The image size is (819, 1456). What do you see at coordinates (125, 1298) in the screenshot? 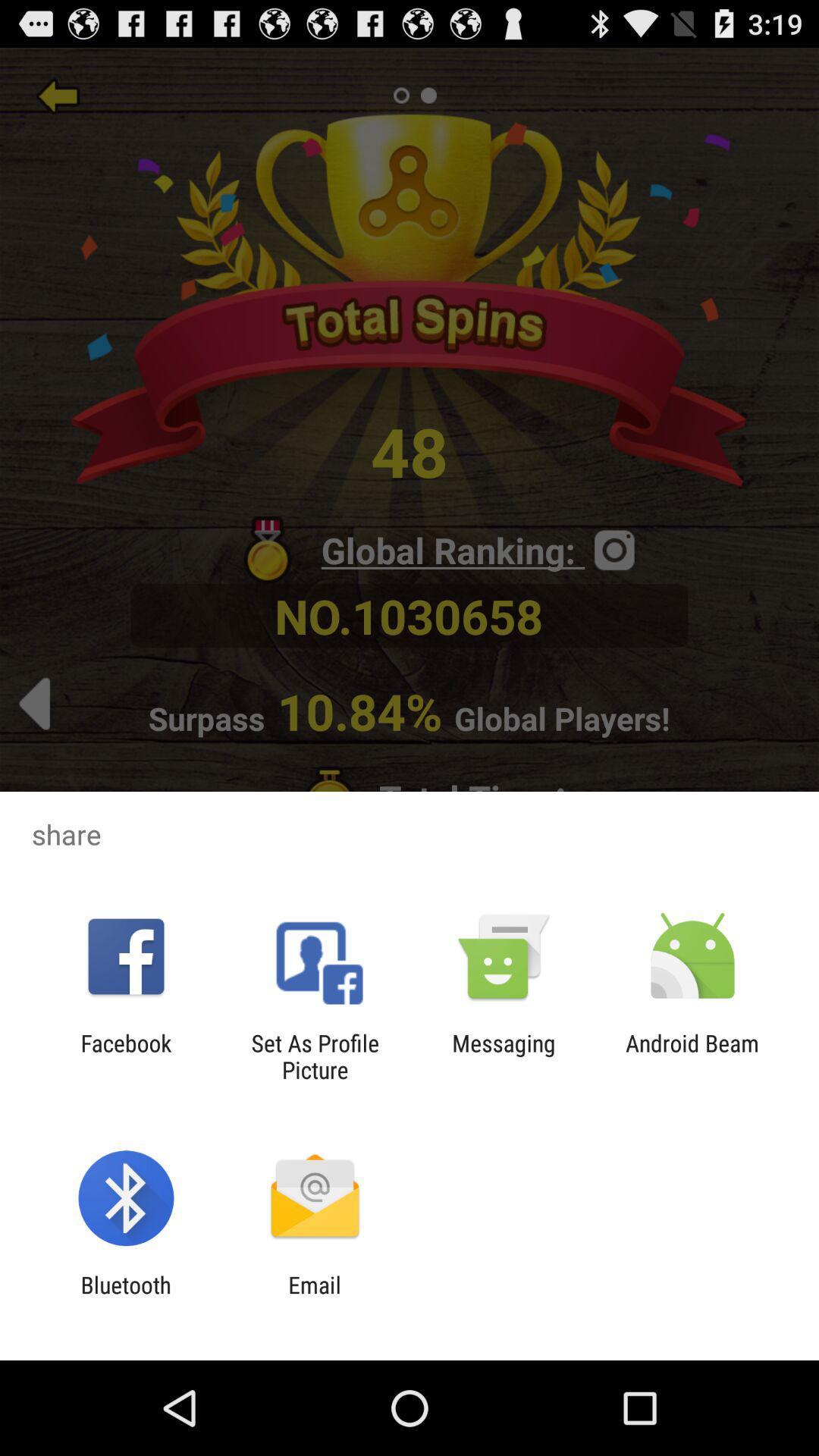
I see `item to the left of the email app` at bounding box center [125, 1298].